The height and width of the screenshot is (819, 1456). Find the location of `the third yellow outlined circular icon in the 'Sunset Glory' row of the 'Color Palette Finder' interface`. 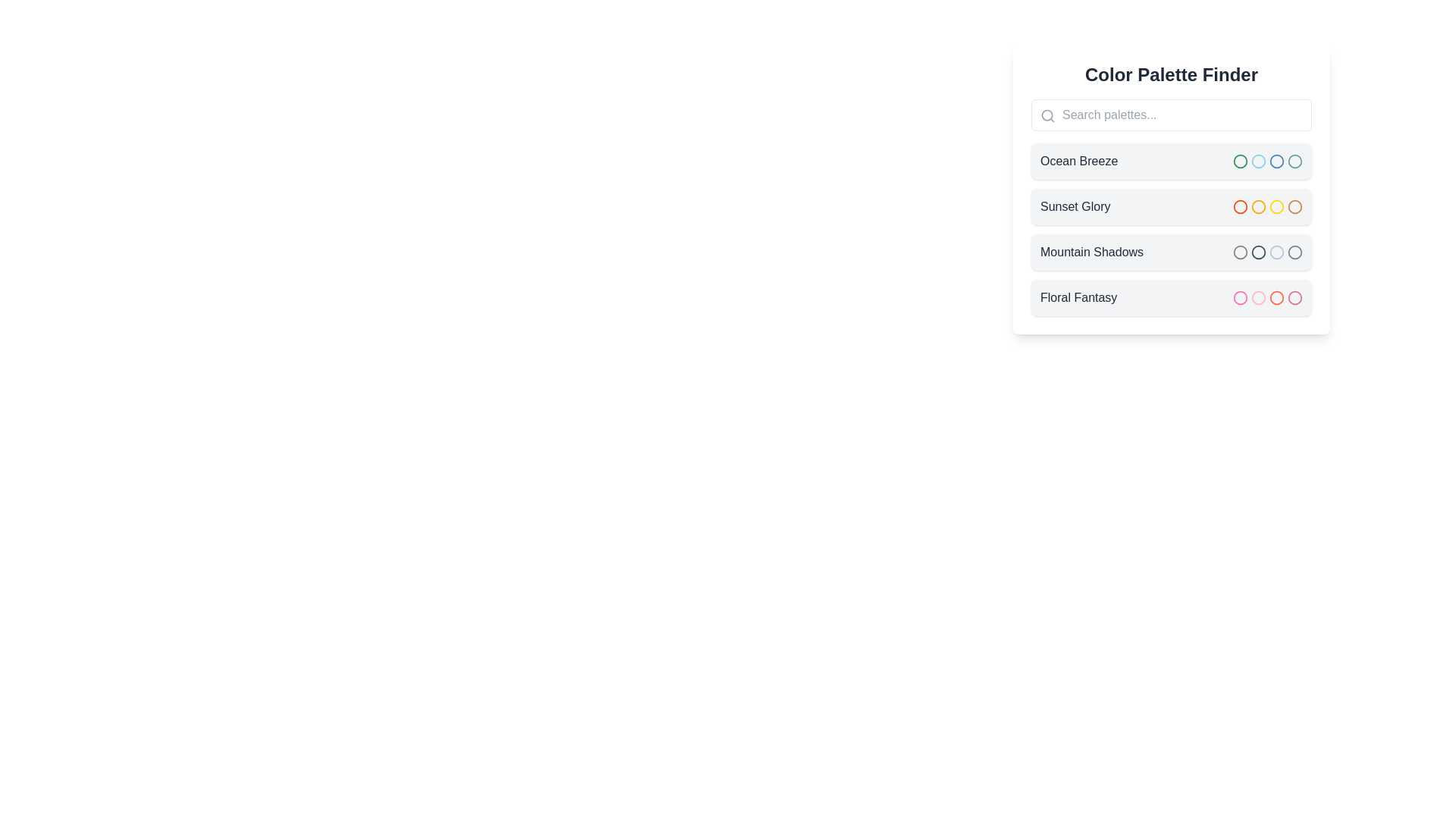

the third yellow outlined circular icon in the 'Sunset Glory' row of the 'Color Palette Finder' interface is located at coordinates (1276, 207).